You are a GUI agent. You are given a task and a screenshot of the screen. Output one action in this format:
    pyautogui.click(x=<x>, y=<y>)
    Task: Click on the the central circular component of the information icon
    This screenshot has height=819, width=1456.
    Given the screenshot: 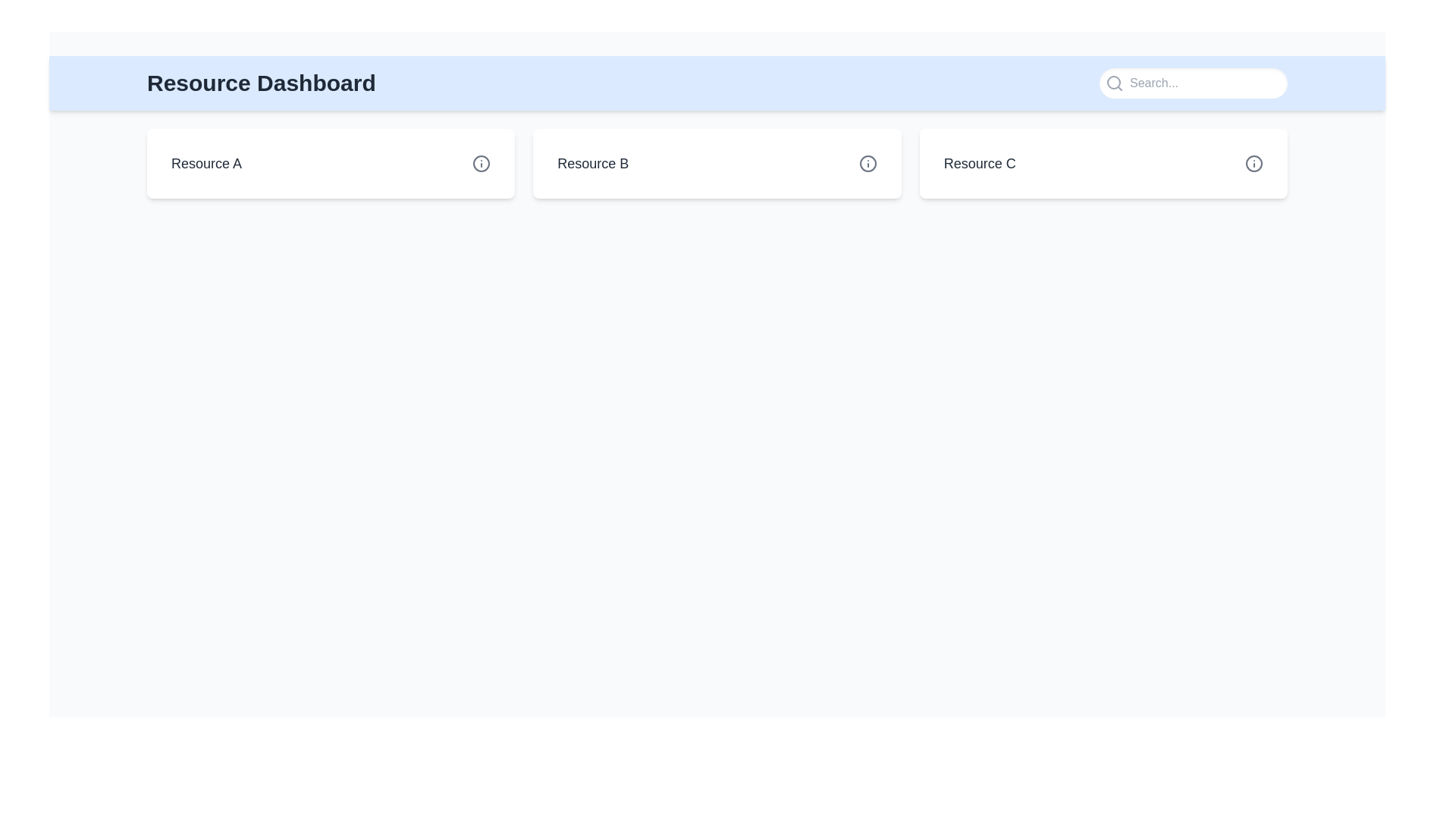 What is the action you would take?
    pyautogui.click(x=1254, y=164)
    